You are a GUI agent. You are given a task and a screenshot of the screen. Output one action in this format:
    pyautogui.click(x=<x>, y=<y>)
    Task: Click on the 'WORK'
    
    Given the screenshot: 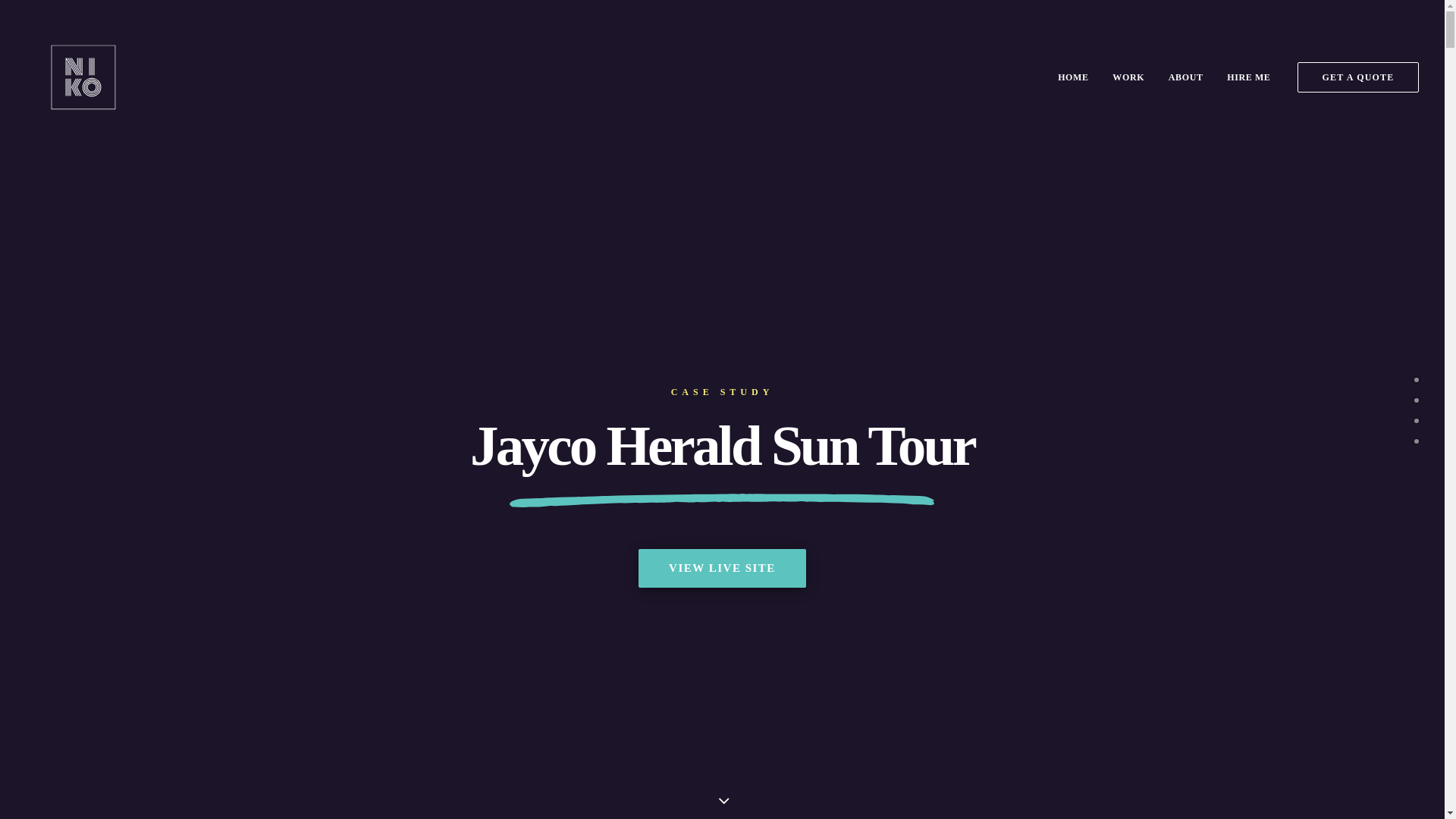 What is the action you would take?
    pyautogui.click(x=1128, y=77)
    